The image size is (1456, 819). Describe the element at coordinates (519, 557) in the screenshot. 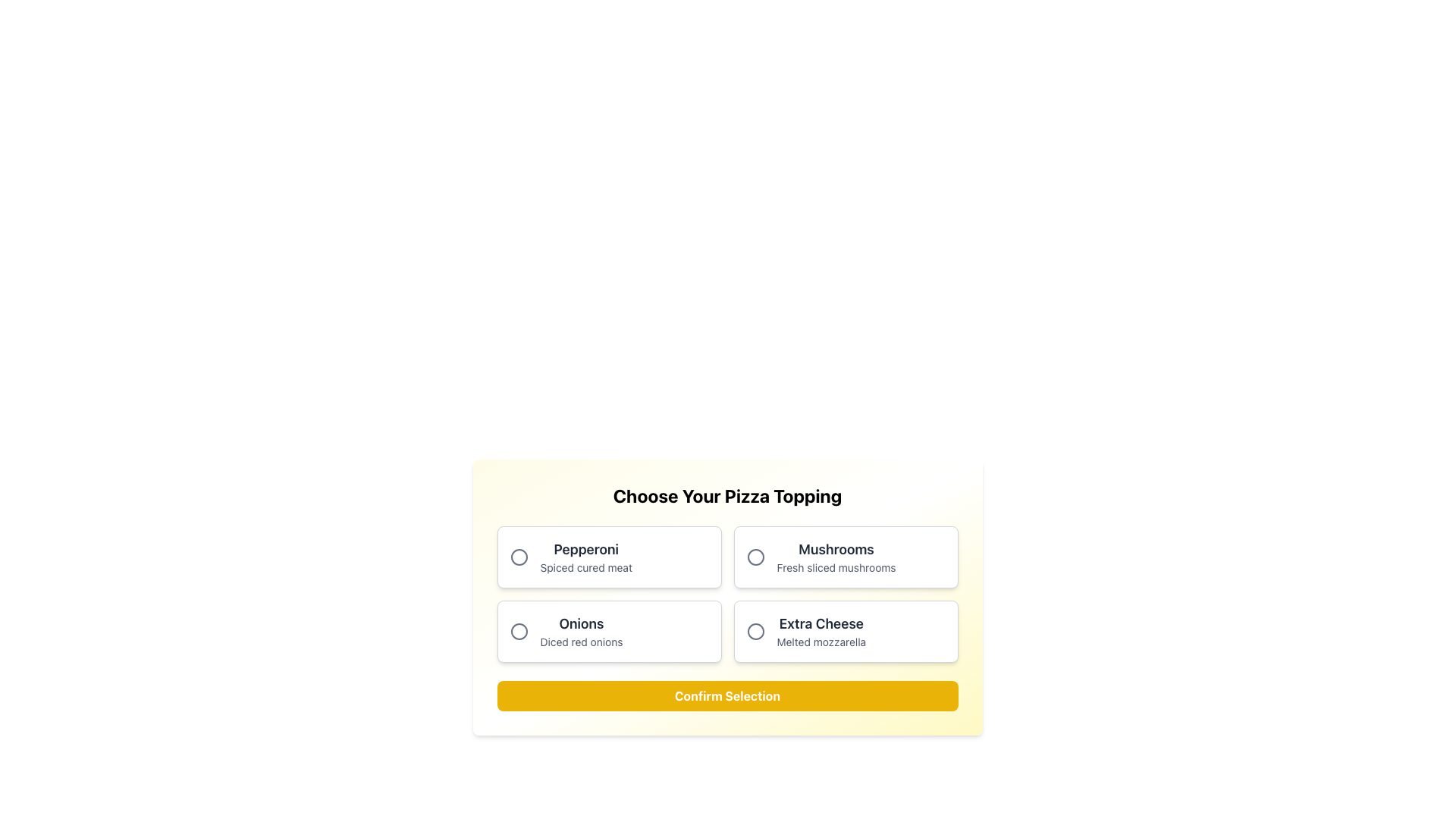

I see `the Radio button for the 'Pepperoni' option` at that location.